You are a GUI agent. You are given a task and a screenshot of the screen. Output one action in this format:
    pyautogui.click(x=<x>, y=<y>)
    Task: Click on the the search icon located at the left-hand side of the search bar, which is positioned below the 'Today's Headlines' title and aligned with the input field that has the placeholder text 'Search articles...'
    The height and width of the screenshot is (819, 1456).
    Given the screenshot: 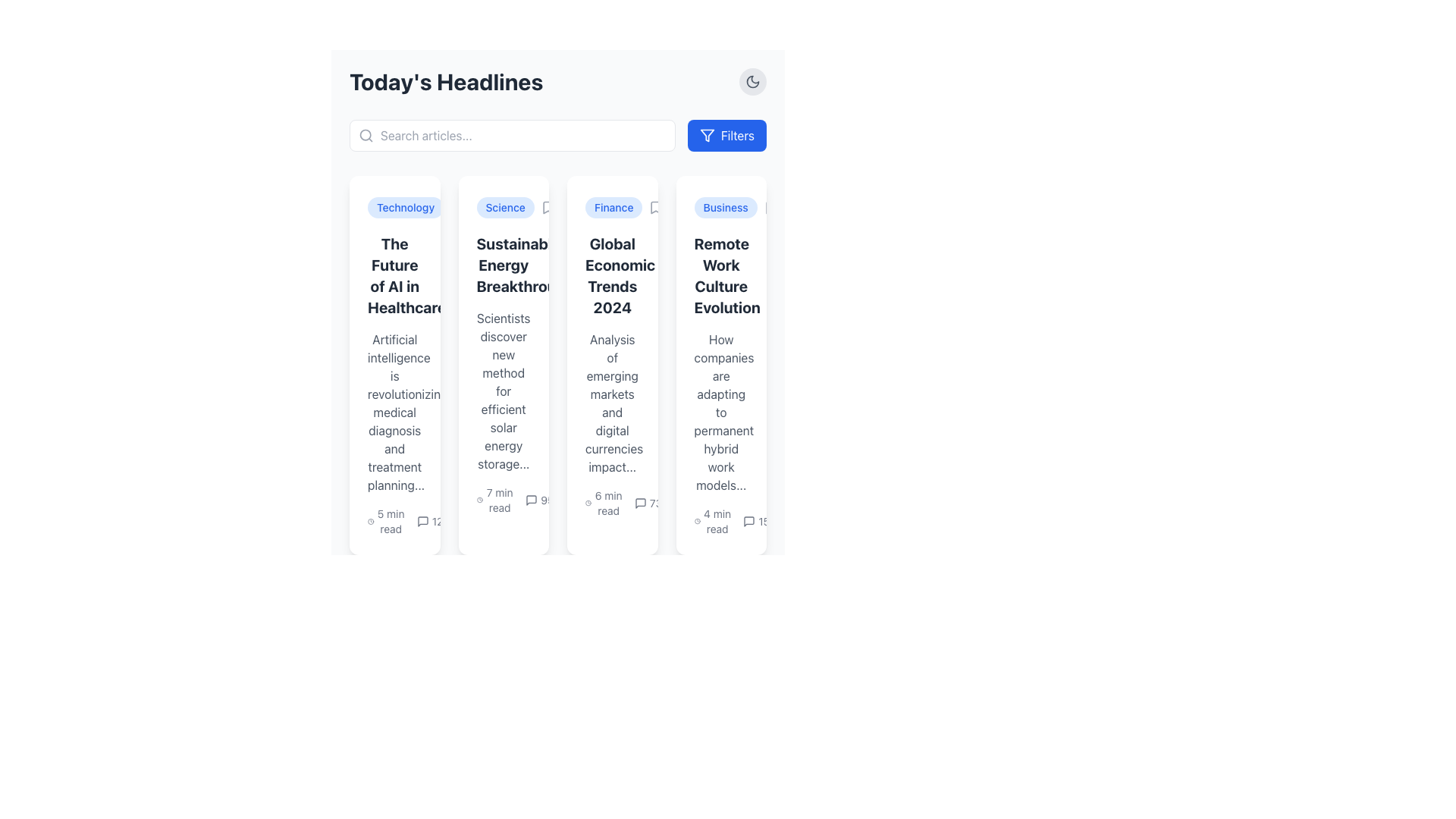 What is the action you would take?
    pyautogui.click(x=366, y=134)
    